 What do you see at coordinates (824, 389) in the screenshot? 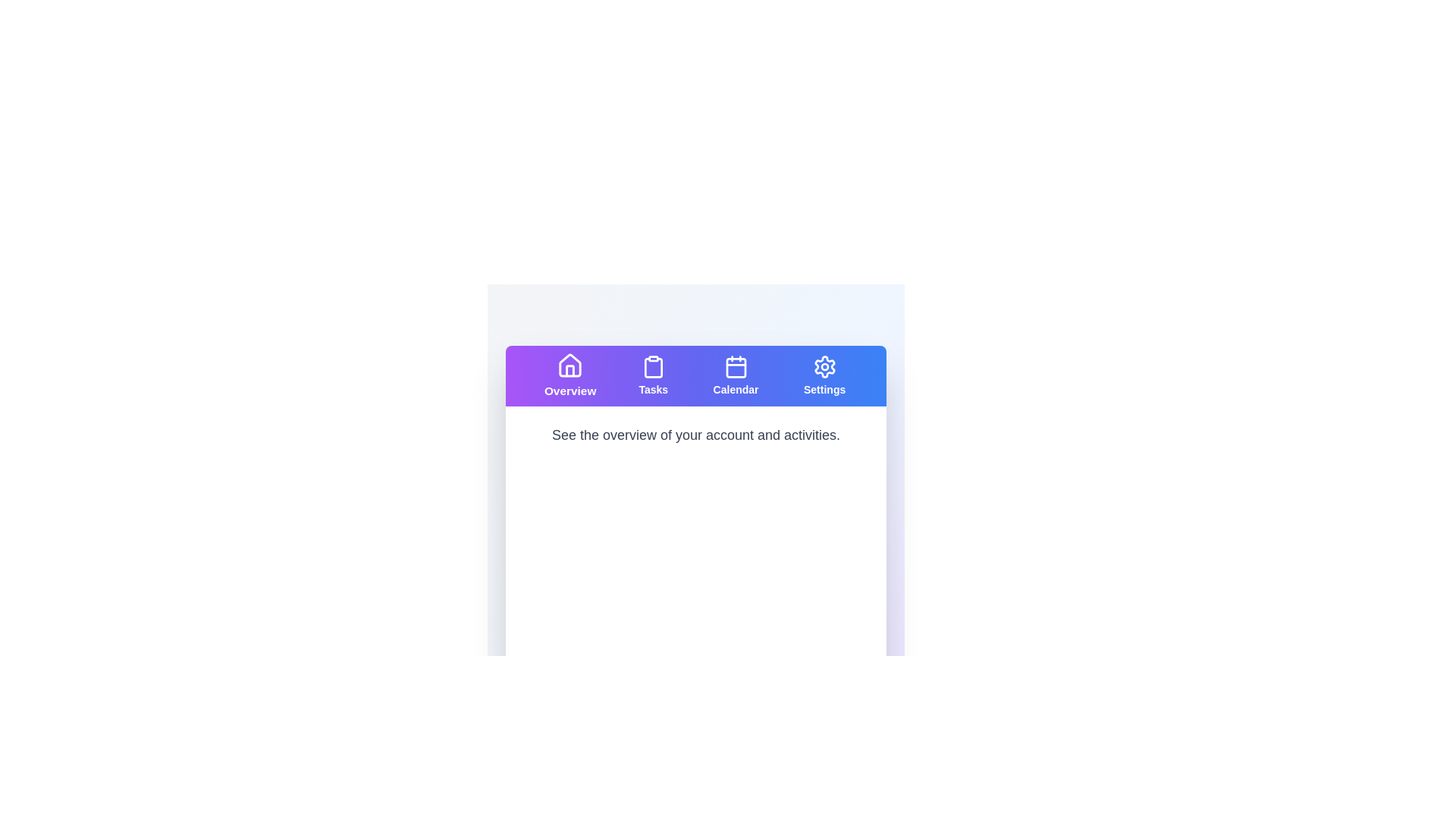
I see `the static text element labeled 'Settings', which is styled with a smaller bold font and located at the bottom of the top navigation bar` at bounding box center [824, 389].